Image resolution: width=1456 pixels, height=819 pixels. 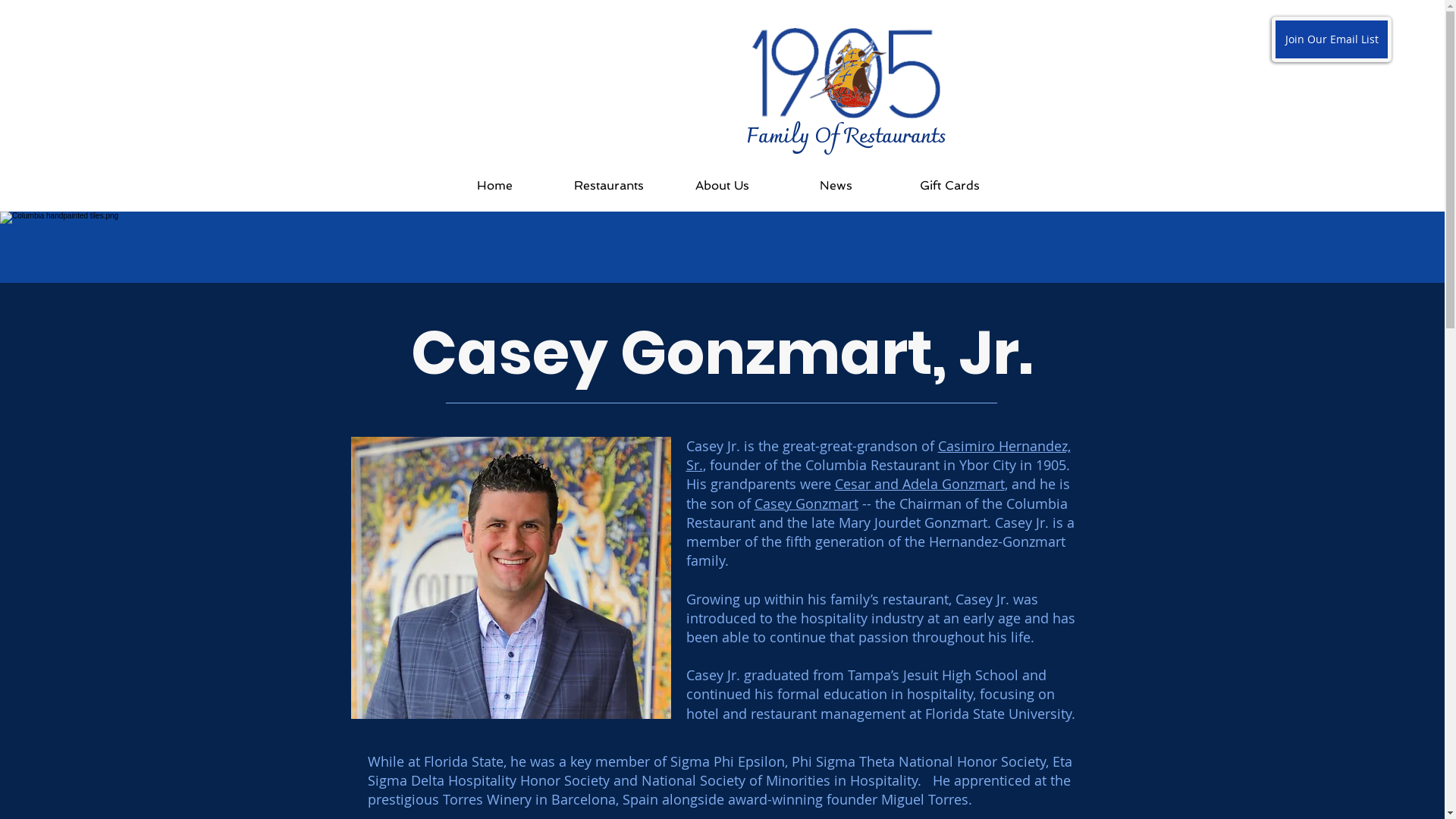 What do you see at coordinates (1331, 38) in the screenshot?
I see `'Join Our Email List'` at bounding box center [1331, 38].